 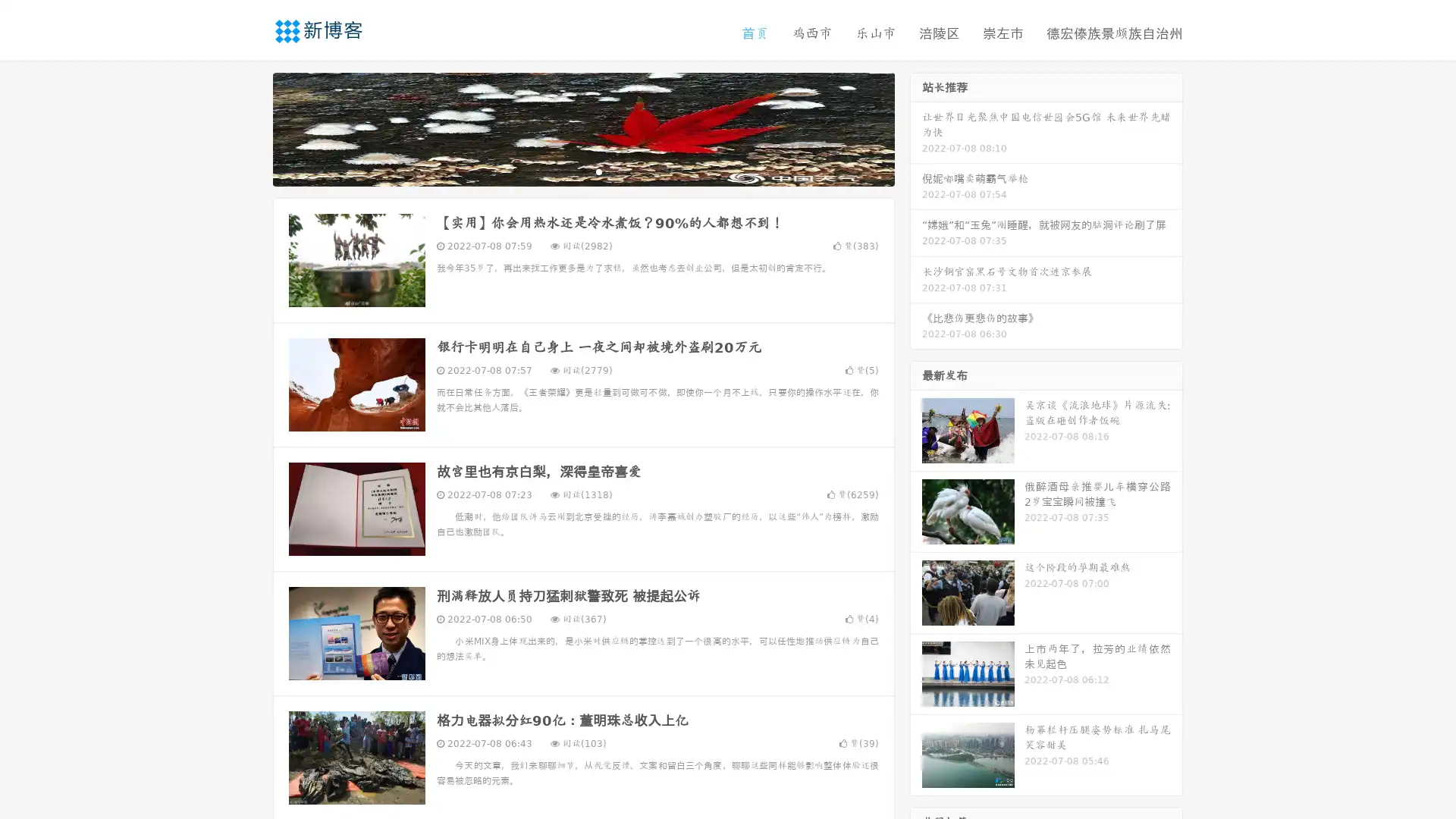 What do you see at coordinates (916, 127) in the screenshot?
I see `Next slide` at bounding box center [916, 127].